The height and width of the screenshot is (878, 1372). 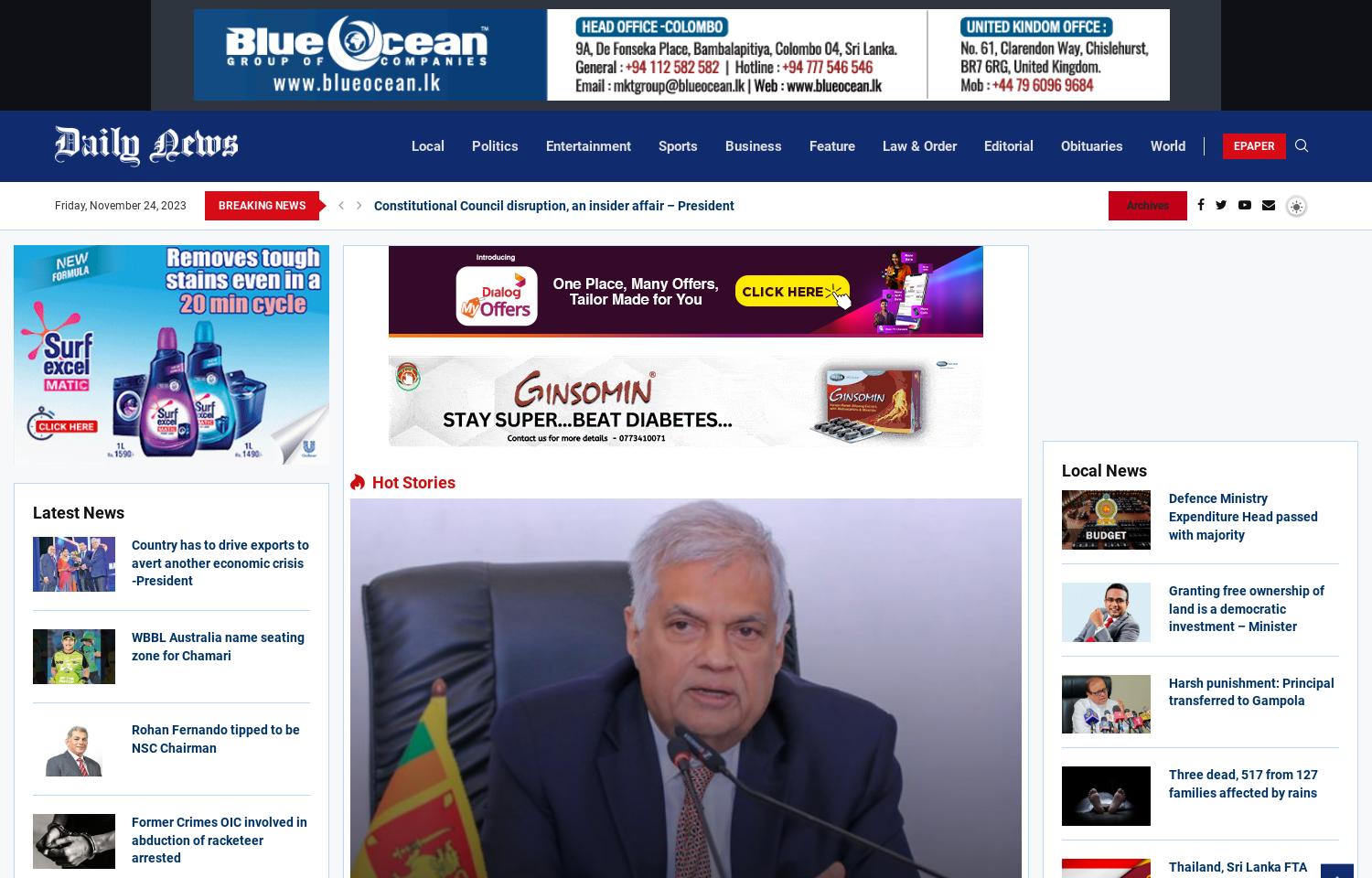 What do you see at coordinates (220, 561) in the screenshot?
I see `'Country has to drive exports to avert another economic crisis -President'` at bounding box center [220, 561].